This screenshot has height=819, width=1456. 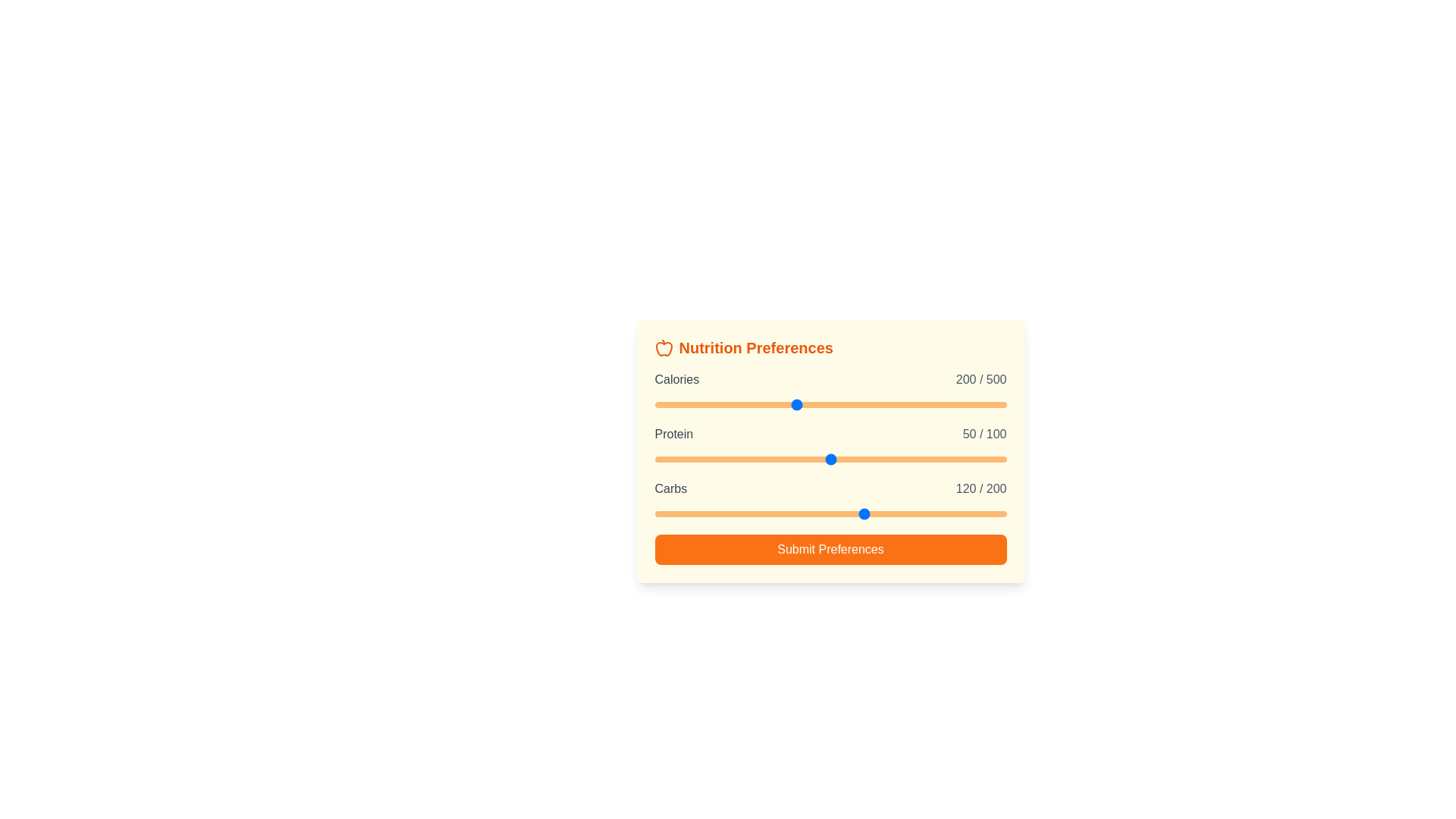 I want to click on the carbs value, so click(x=924, y=513).